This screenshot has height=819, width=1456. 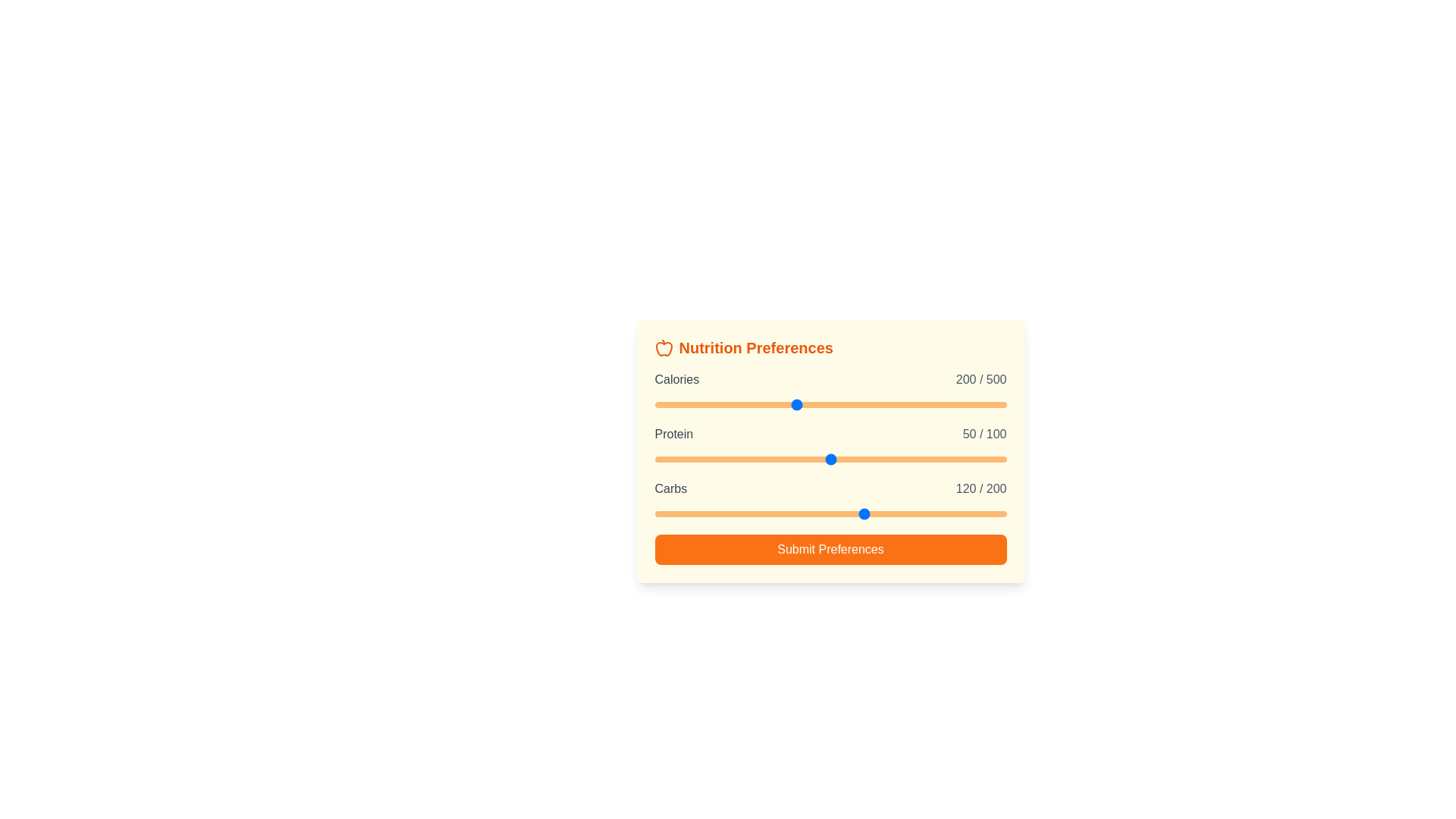 I want to click on the carbs value, so click(x=924, y=513).